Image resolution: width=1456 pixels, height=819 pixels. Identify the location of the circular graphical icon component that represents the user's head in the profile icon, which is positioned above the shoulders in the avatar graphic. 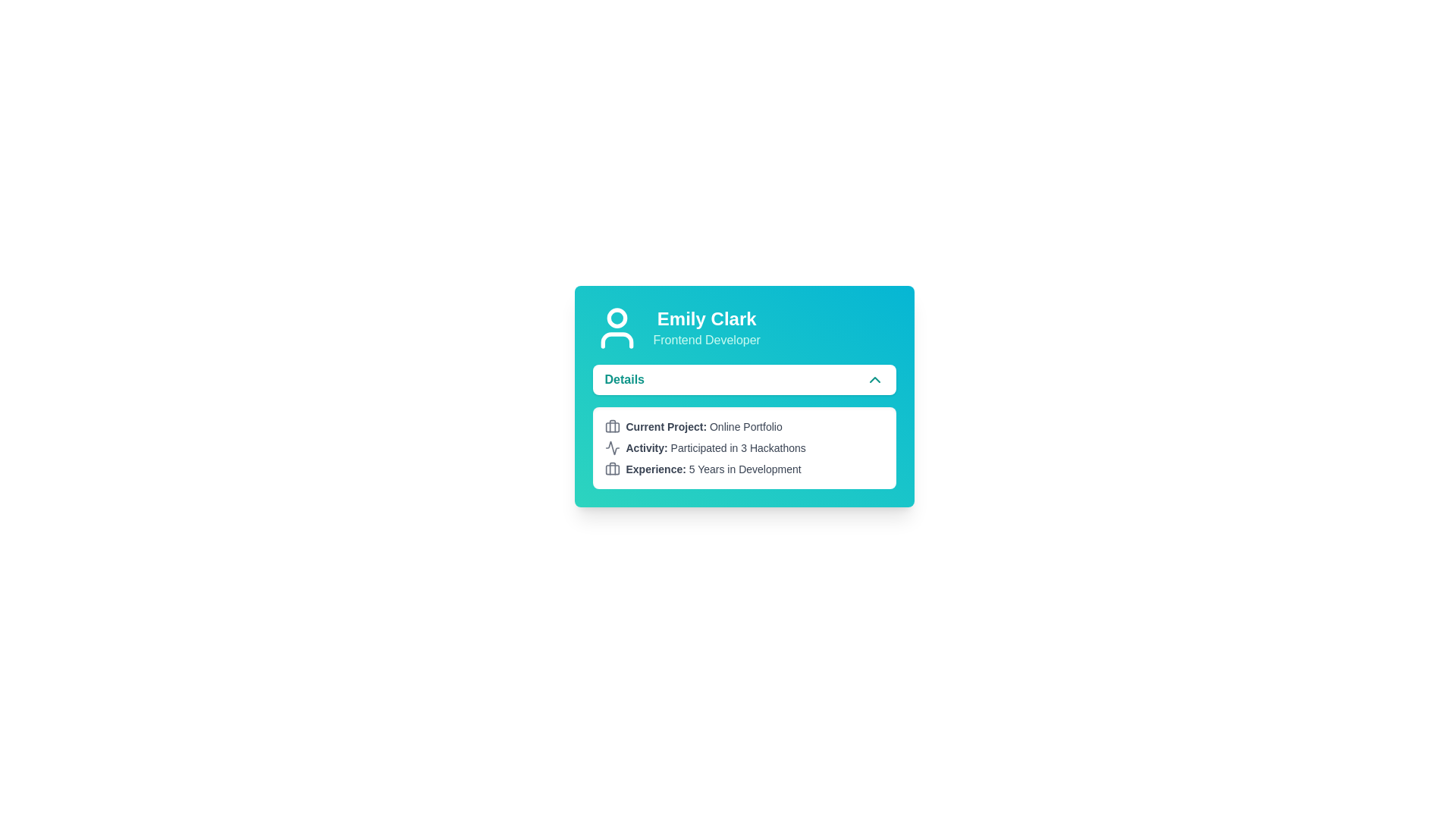
(617, 317).